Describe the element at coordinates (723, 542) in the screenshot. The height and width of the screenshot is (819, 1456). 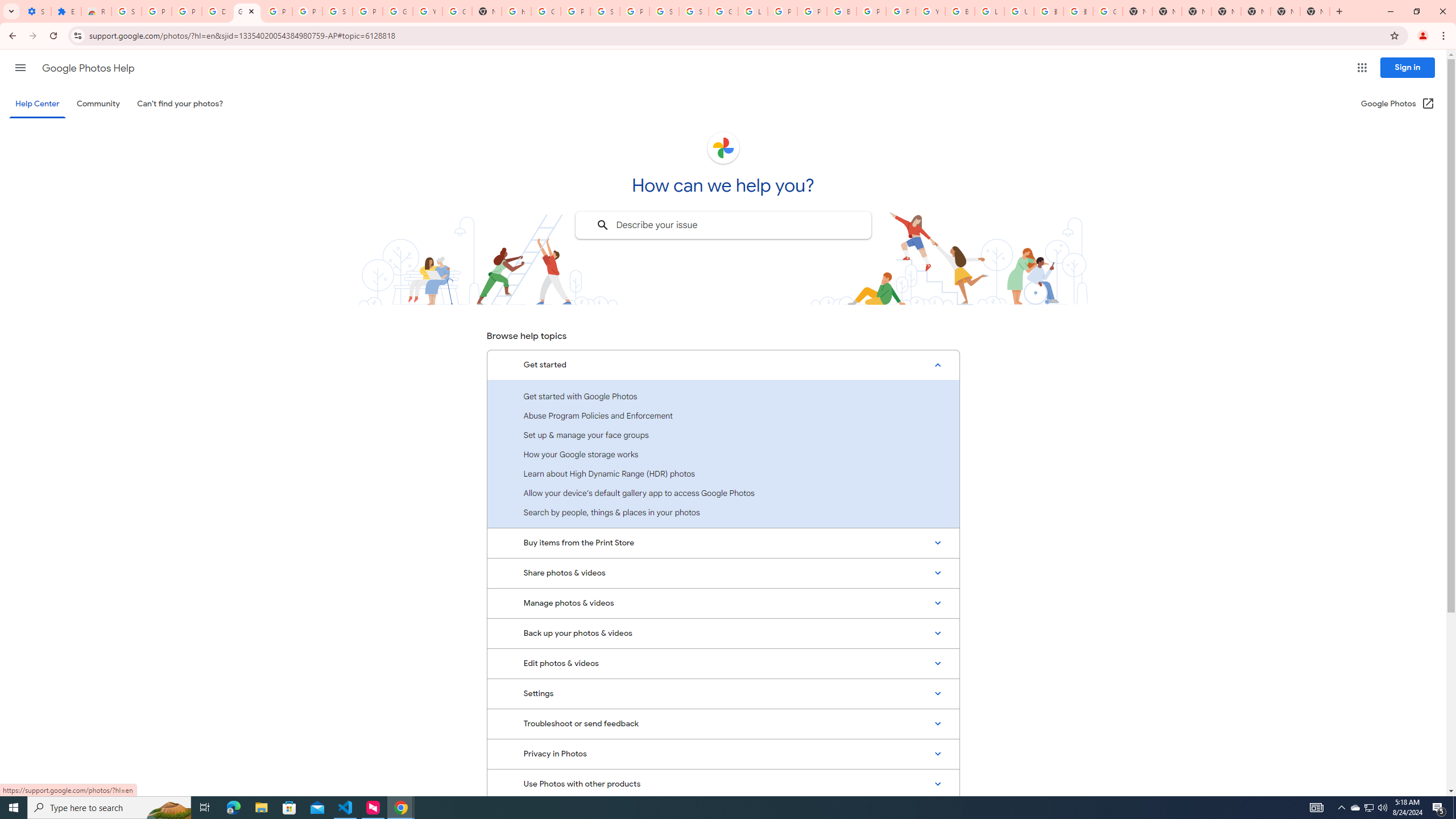
I see `'Buy items from the Print Store'` at that location.